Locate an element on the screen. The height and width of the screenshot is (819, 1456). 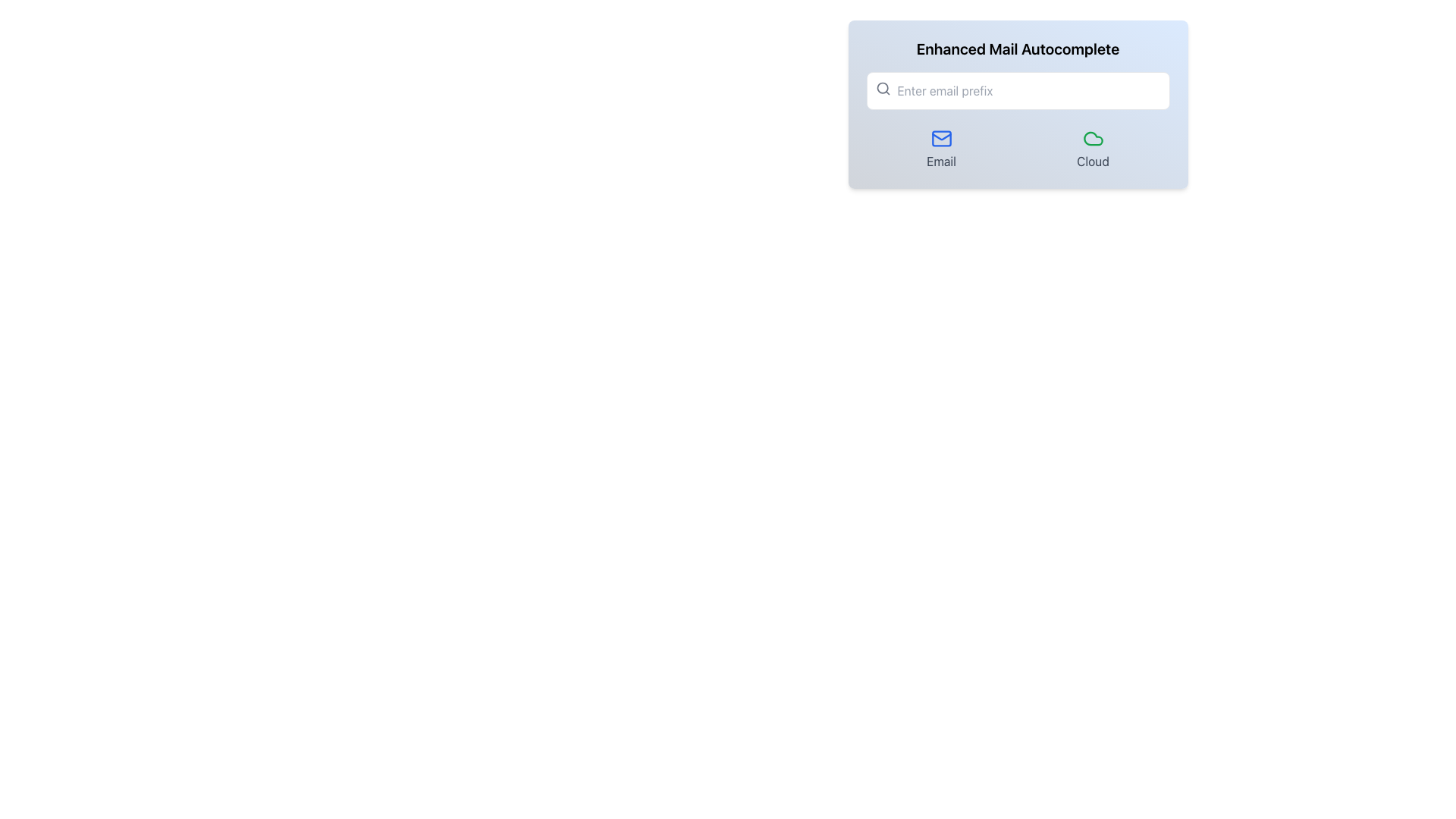
the graphical rectangle element that forms the body of the envelope icon, which is part of the 'Email' action category, located beneath the 'Enhanced Mail Autocomplete' text input is located at coordinates (940, 138).